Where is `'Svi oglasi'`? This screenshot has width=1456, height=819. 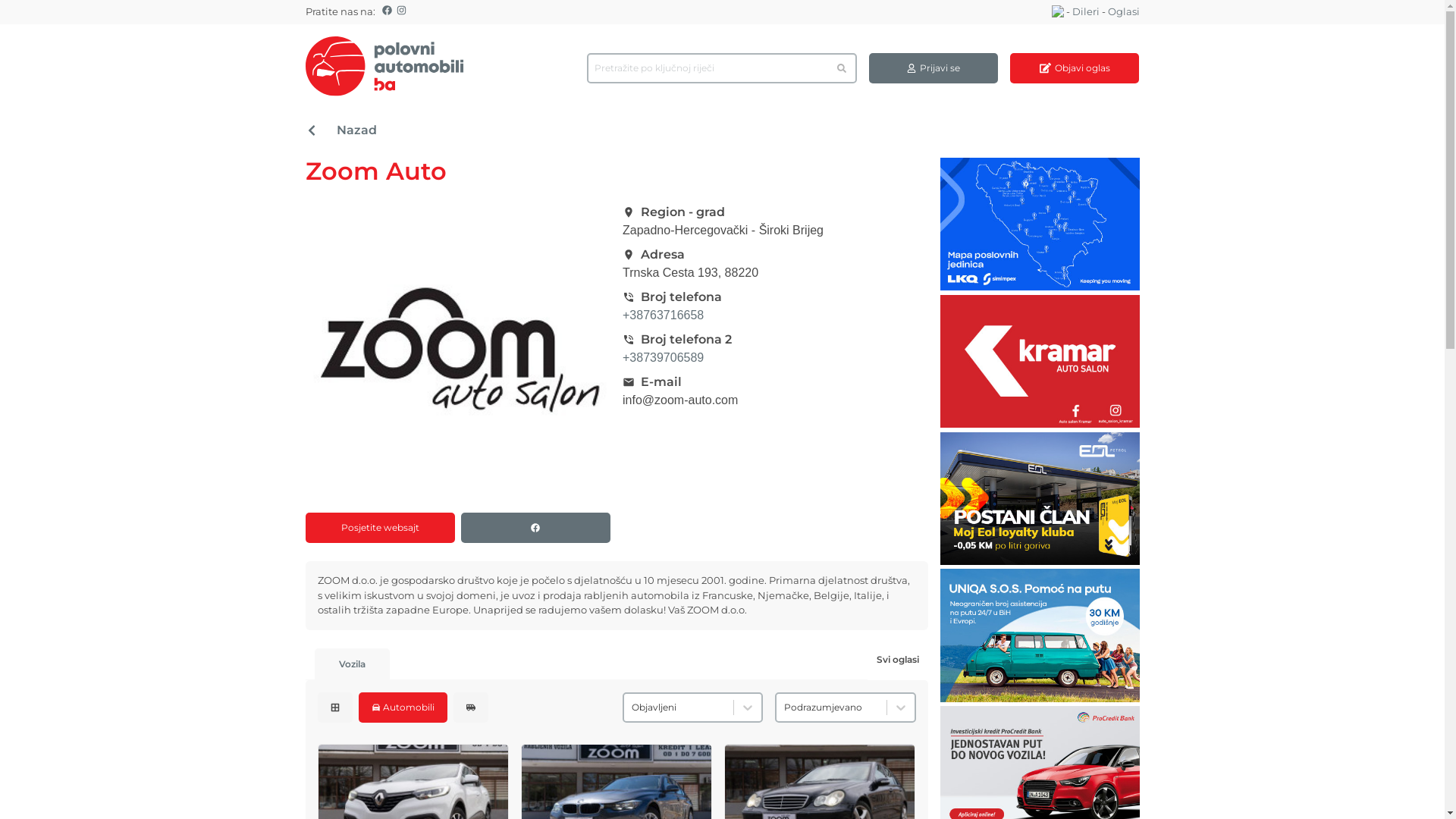
'Svi oglasi' is located at coordinates (898, 657).